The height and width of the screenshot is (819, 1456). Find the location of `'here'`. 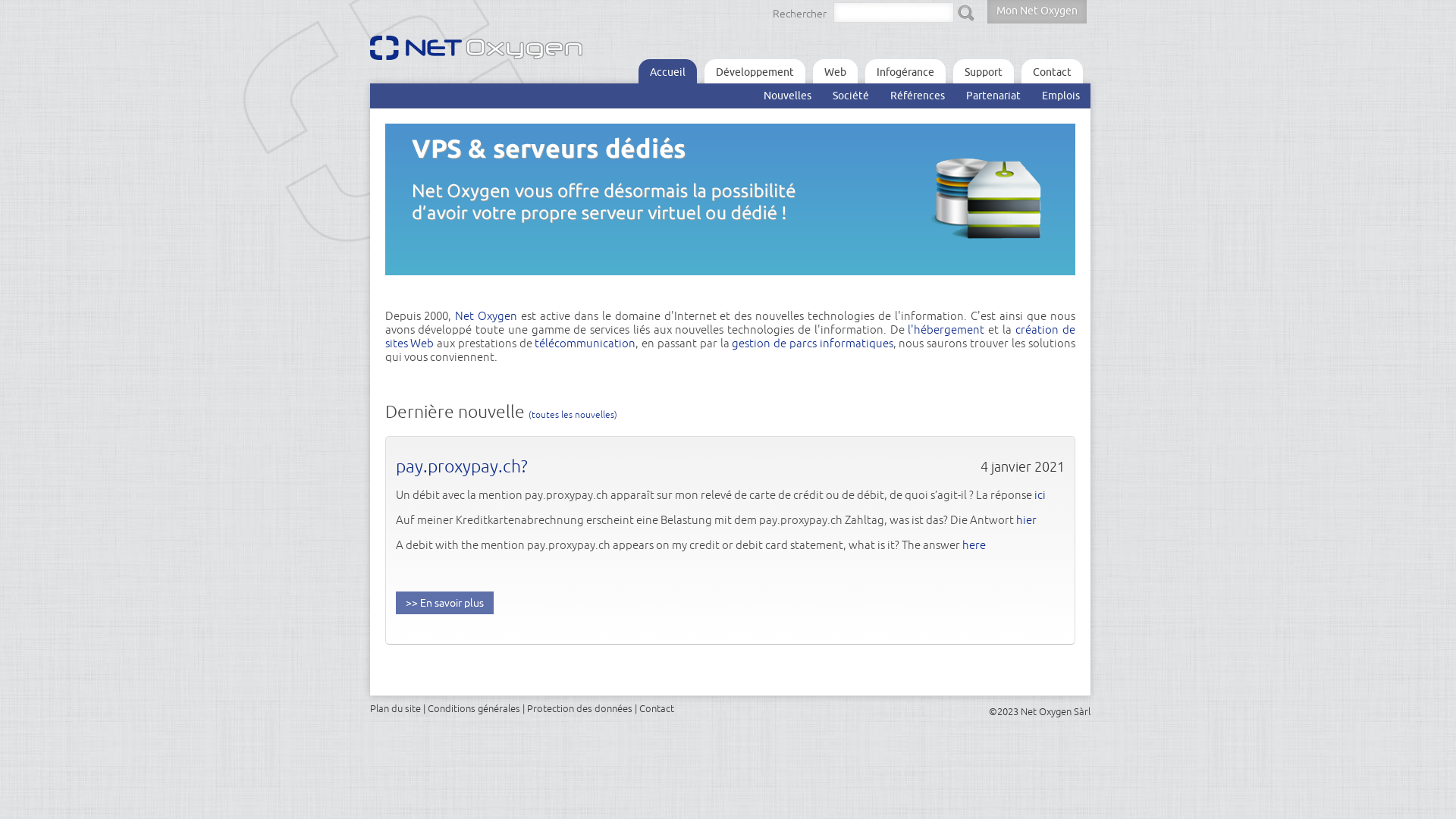

'here' is located at coordinates (960, 544).